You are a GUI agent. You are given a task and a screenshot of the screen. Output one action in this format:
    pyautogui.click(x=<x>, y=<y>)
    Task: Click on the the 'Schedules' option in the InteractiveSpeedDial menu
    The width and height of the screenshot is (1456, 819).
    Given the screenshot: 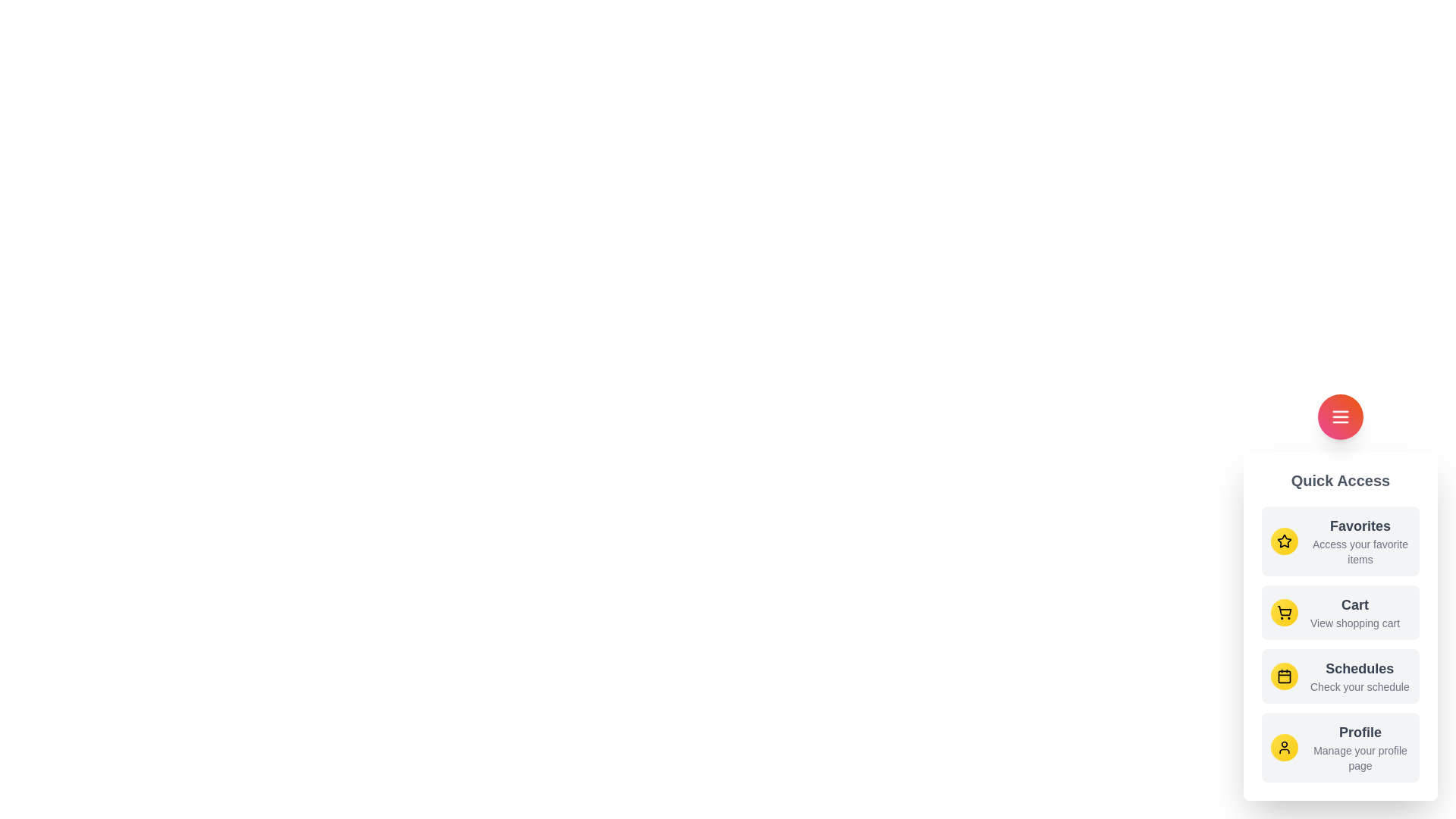 What is the action you would take?
    pyautogui.click(x=1340, y=675)
    